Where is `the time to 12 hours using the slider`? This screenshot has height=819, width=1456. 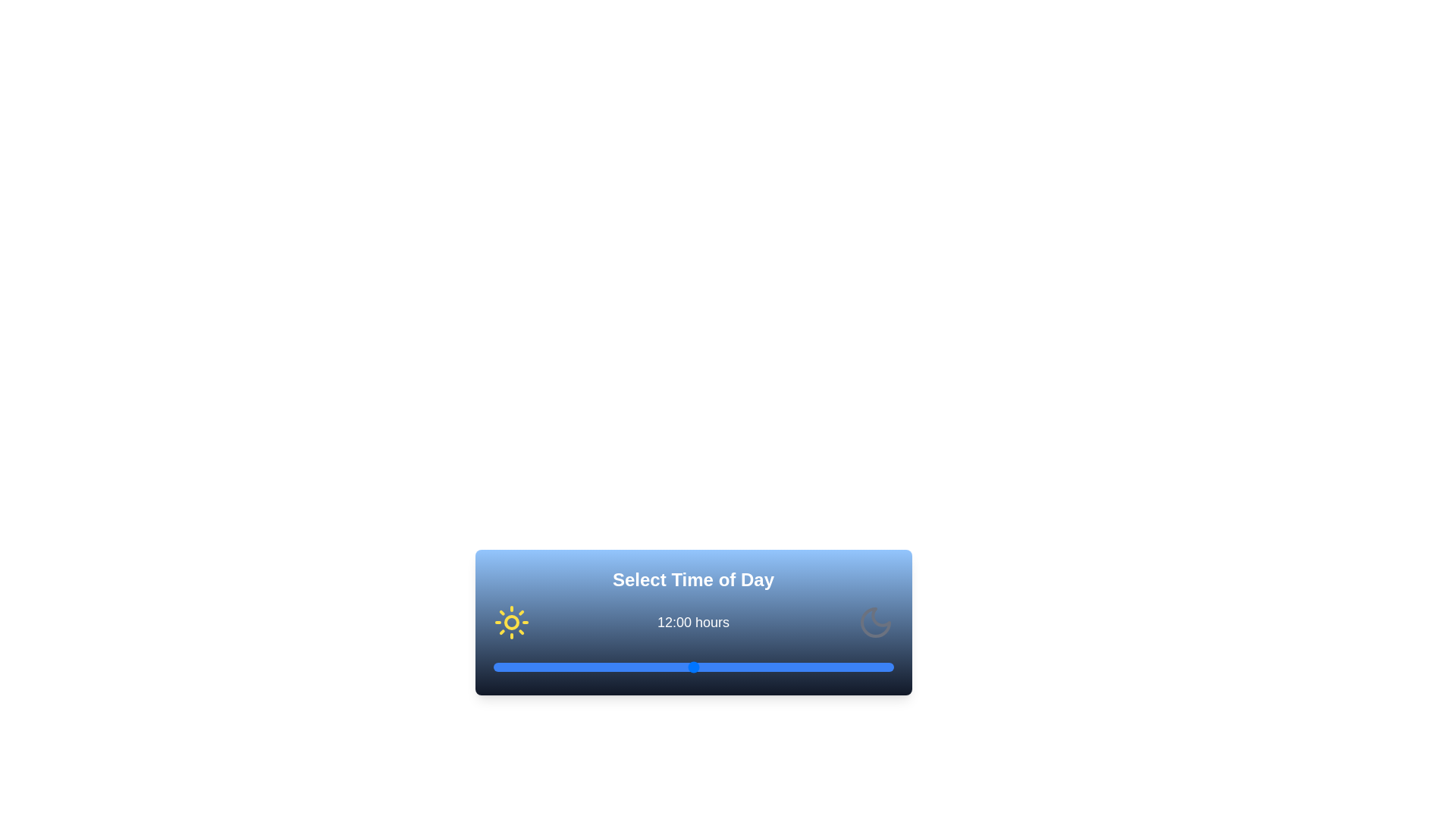 the time to 12 hours using the slider is located at coordinates (692, 666).